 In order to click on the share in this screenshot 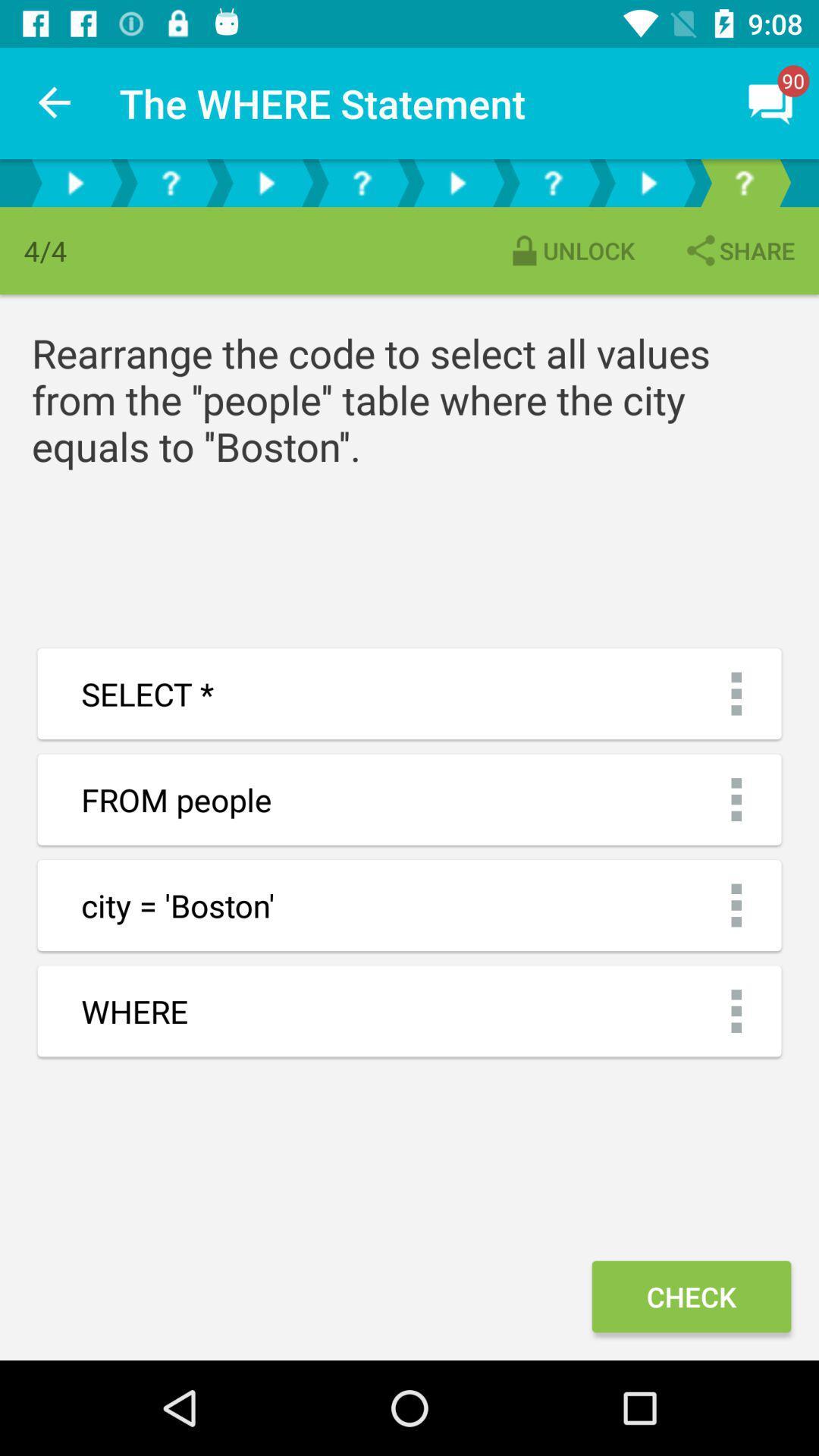, I will do `click(738, 250)`.